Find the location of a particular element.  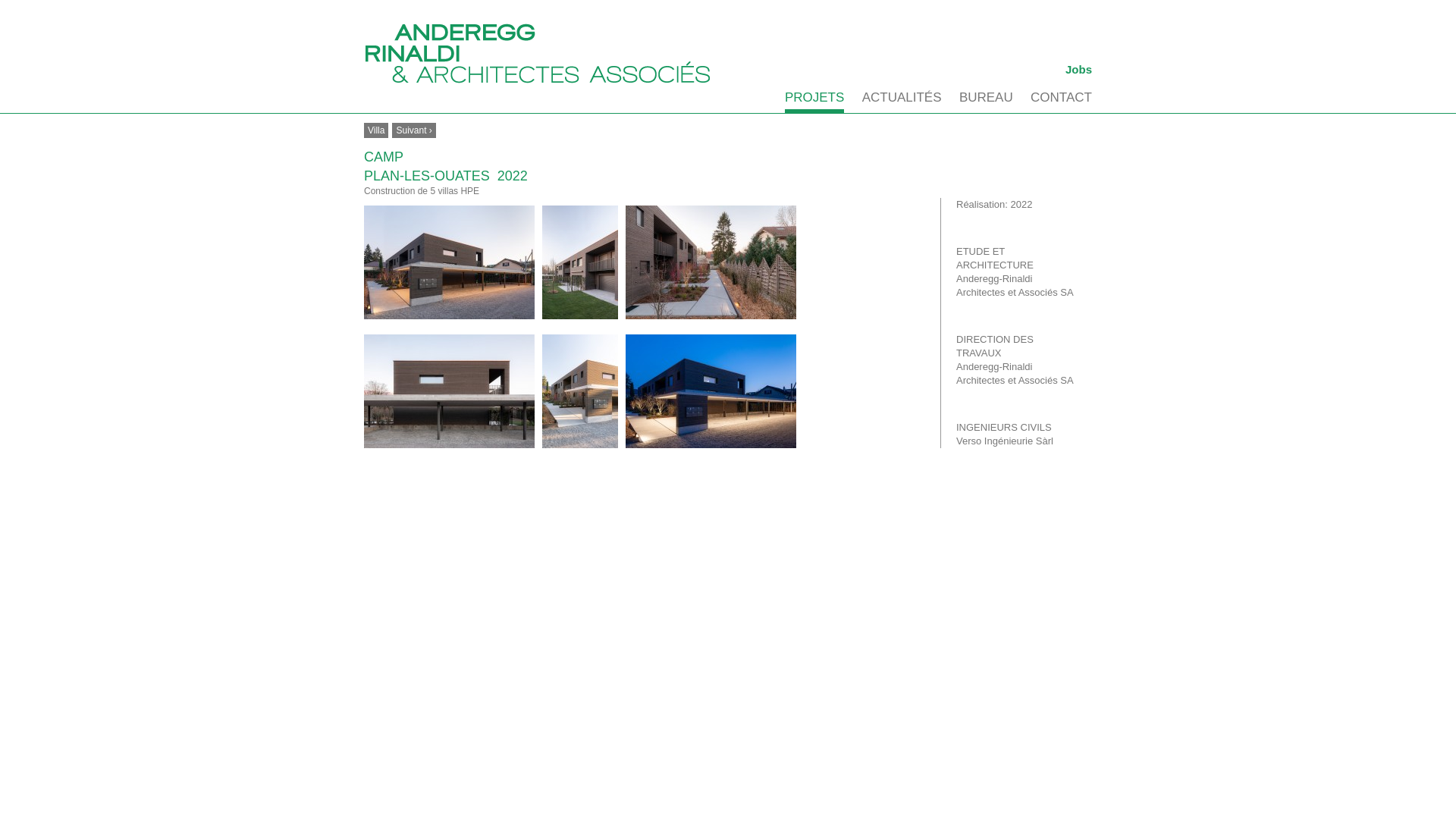

'Accueil' is located at coordinates (538, 52).